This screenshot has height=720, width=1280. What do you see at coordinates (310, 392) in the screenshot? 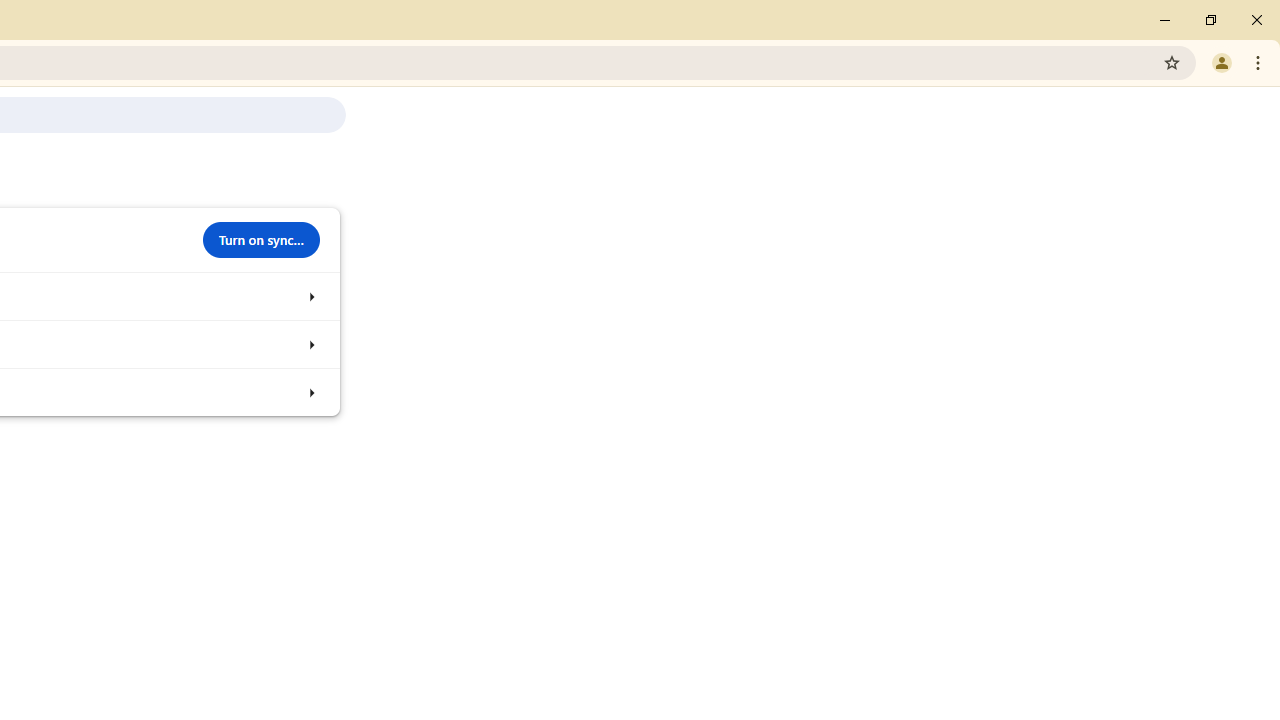
I see `'Import bookmarks and settings'` at bounding box center [310, 392].